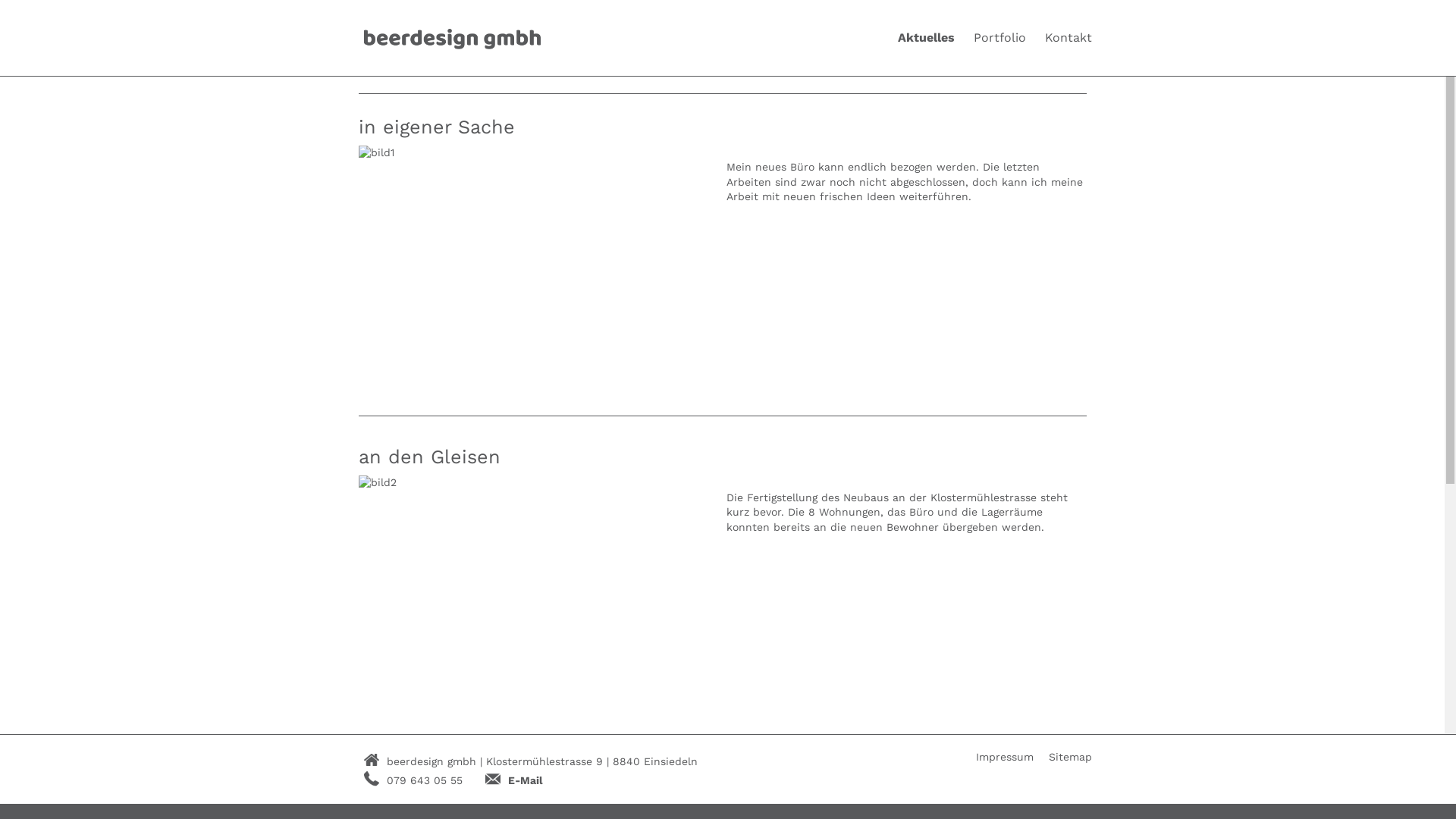 The width and height of the screenshot is (1456, 819). What do you see at coordinates (428, 456) in the screenshot?
I see `'an den Gleisen'` at bounding box center [428, 456].